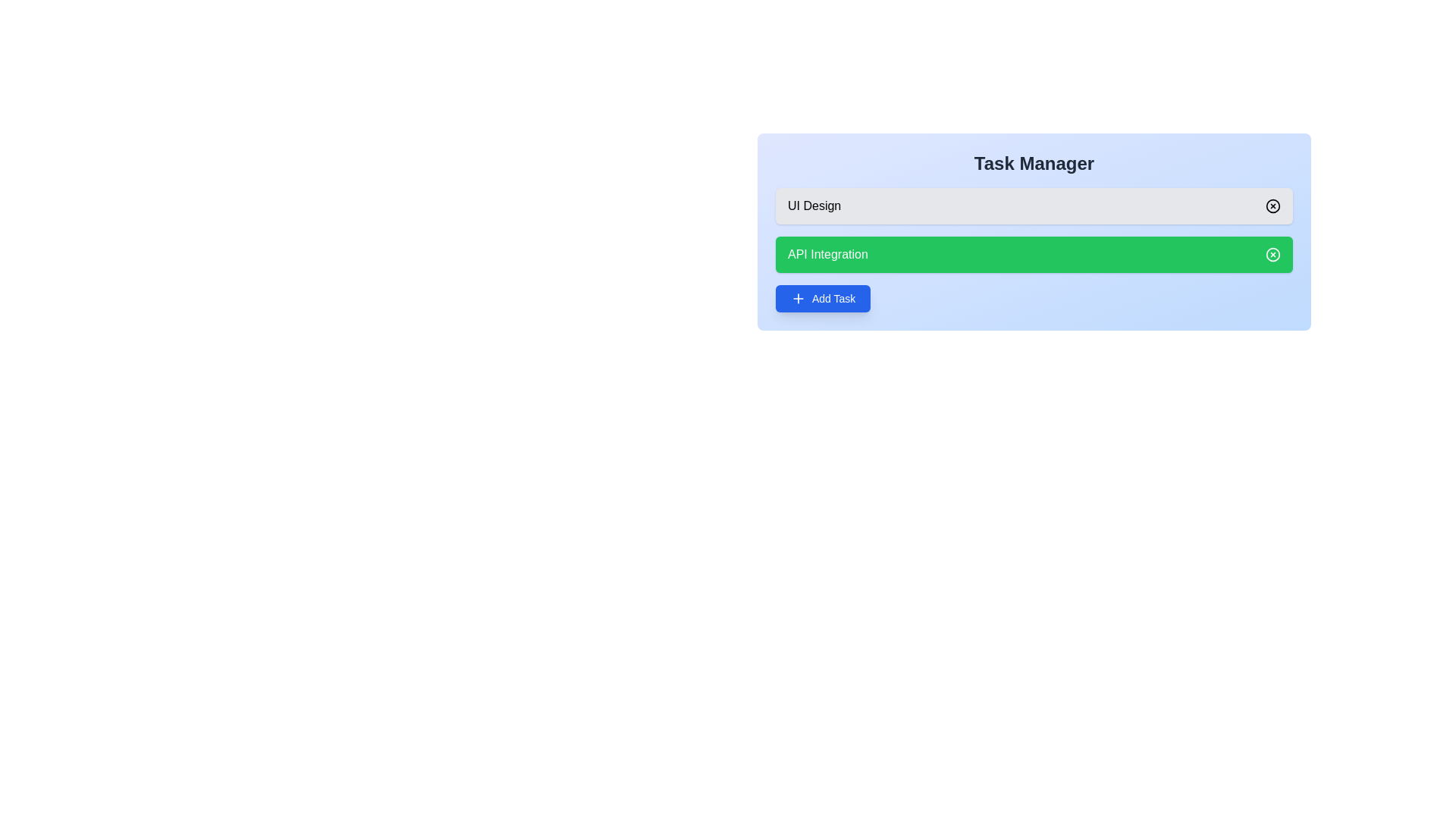 The width and height of the screenshot is (1456, 819). Describe the element at coordinates (822, 298) in the screenshot. I see `the 'Add Task' button to add a new task` at that location.